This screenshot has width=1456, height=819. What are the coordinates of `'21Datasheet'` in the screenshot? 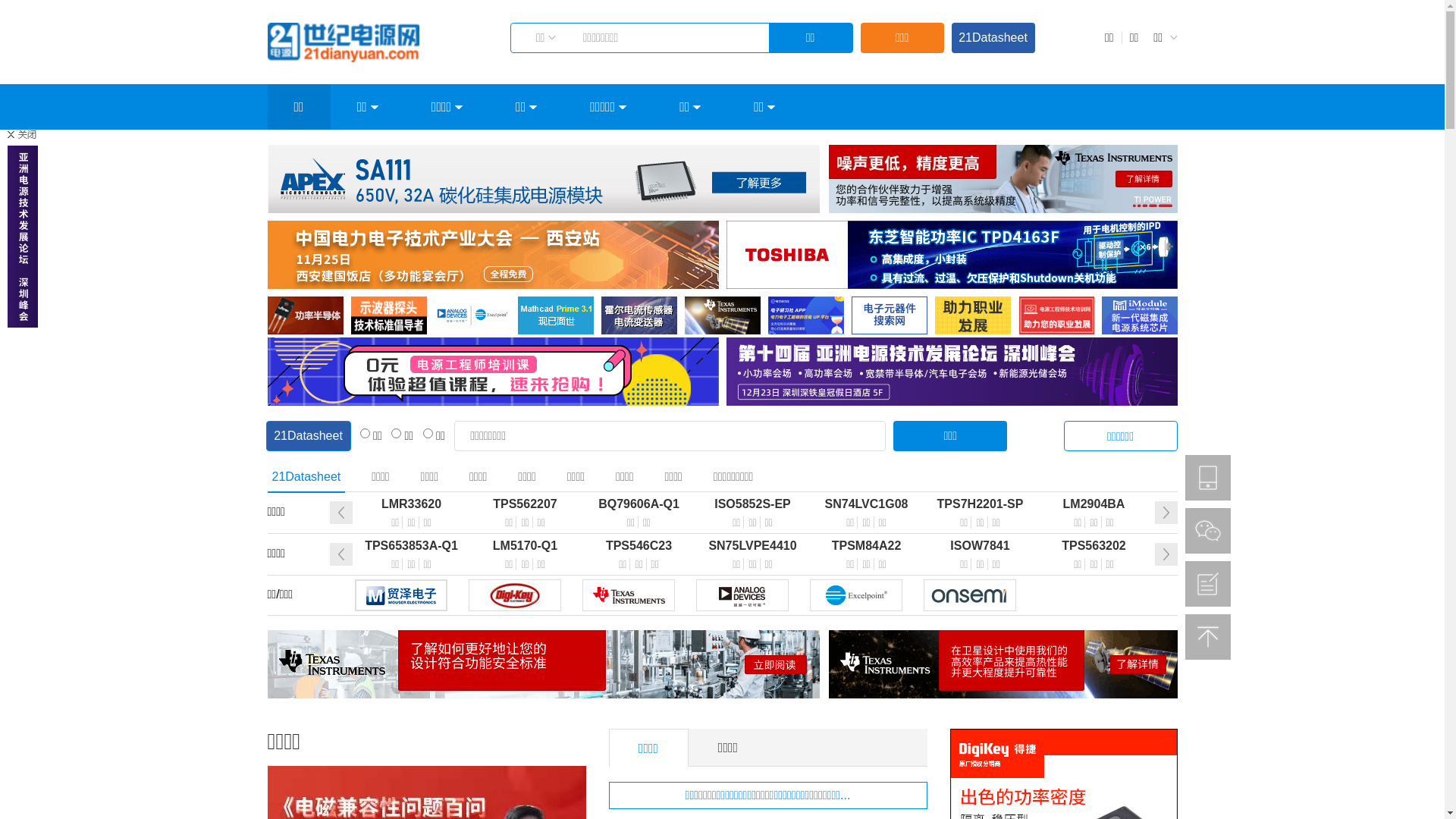 It's located at (993, 37).